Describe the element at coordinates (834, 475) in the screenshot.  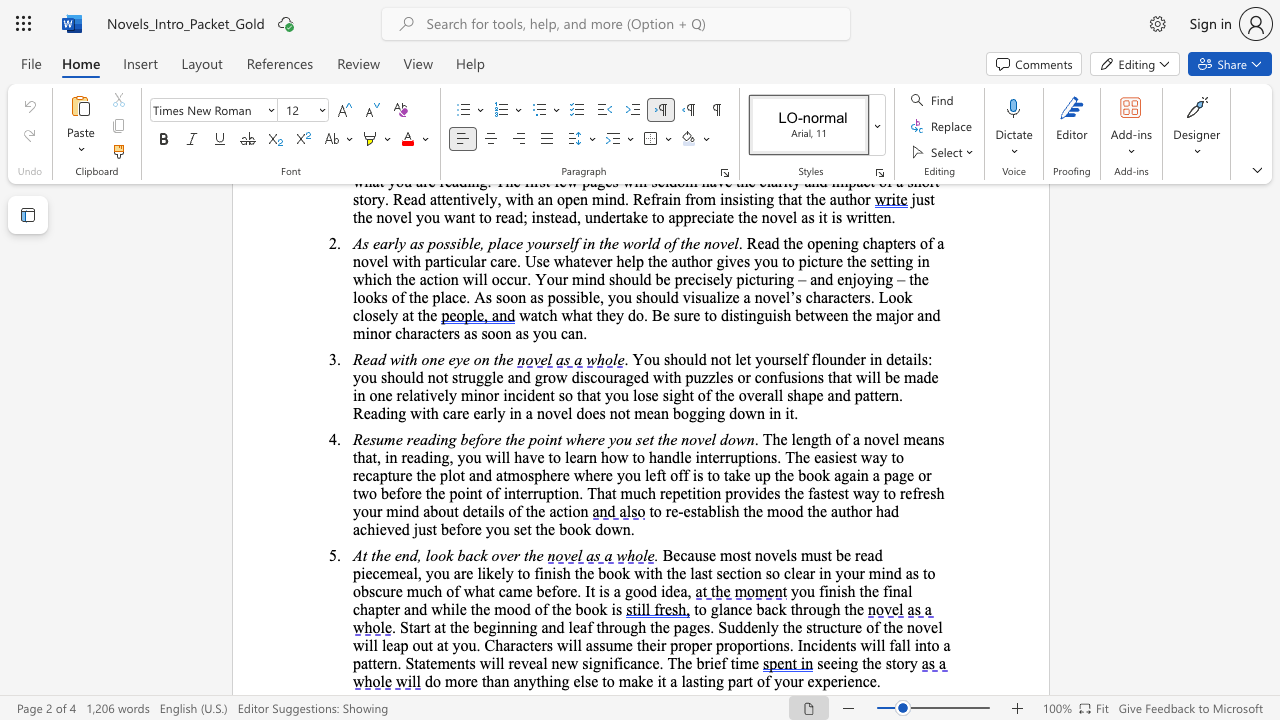
I see `the subset text "again a page or two before the point of interruption. That much re" within the text ". The length of a novel means that, in reading, you will have to learn how to handle interruptions. The easiest way to recapture the plot and atmosphere where you left off is to take up the book again a page or two before the point of interruption. That much repetition"` at that location.